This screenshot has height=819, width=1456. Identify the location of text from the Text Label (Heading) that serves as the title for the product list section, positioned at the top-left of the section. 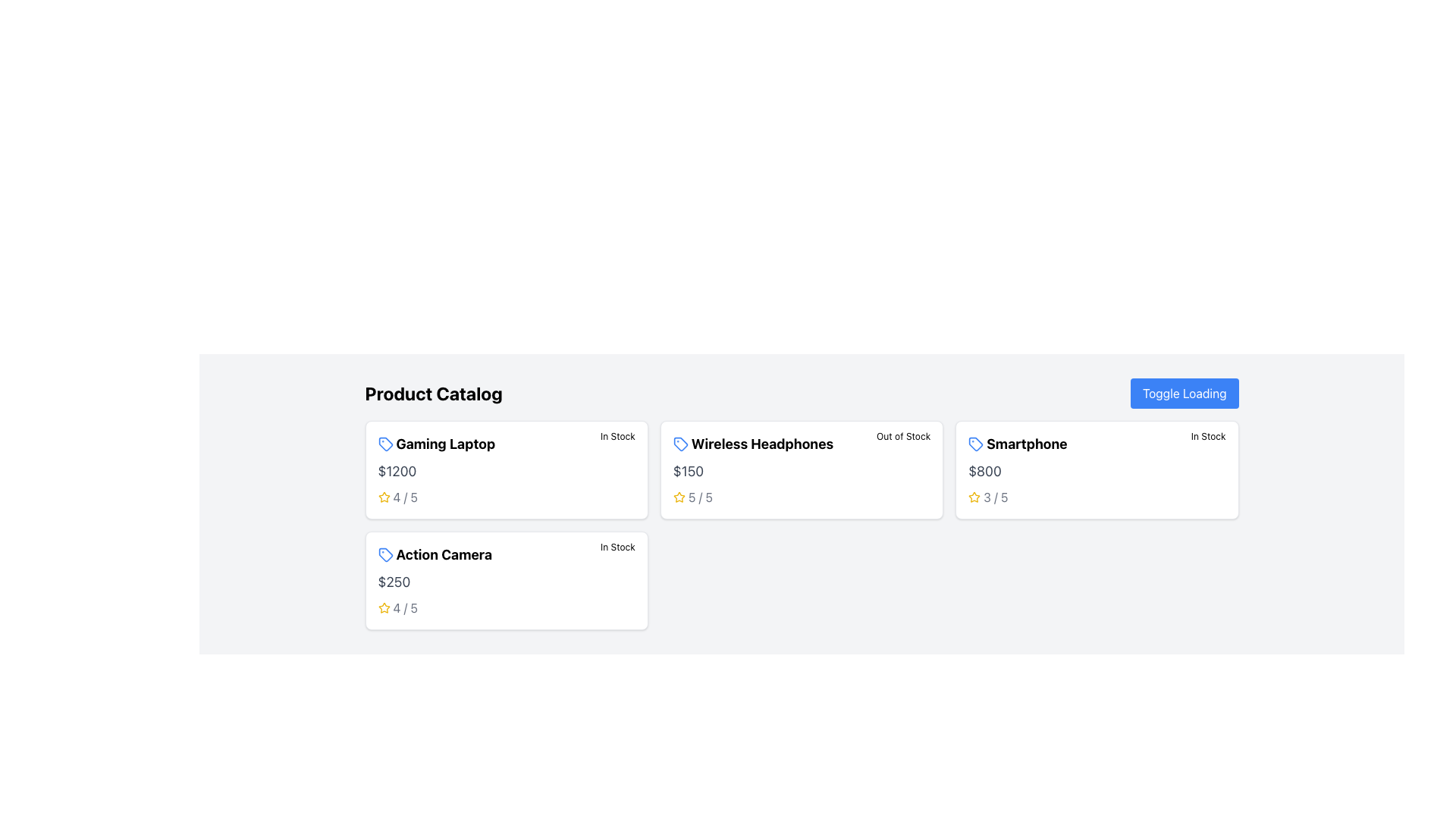
(433, 393).